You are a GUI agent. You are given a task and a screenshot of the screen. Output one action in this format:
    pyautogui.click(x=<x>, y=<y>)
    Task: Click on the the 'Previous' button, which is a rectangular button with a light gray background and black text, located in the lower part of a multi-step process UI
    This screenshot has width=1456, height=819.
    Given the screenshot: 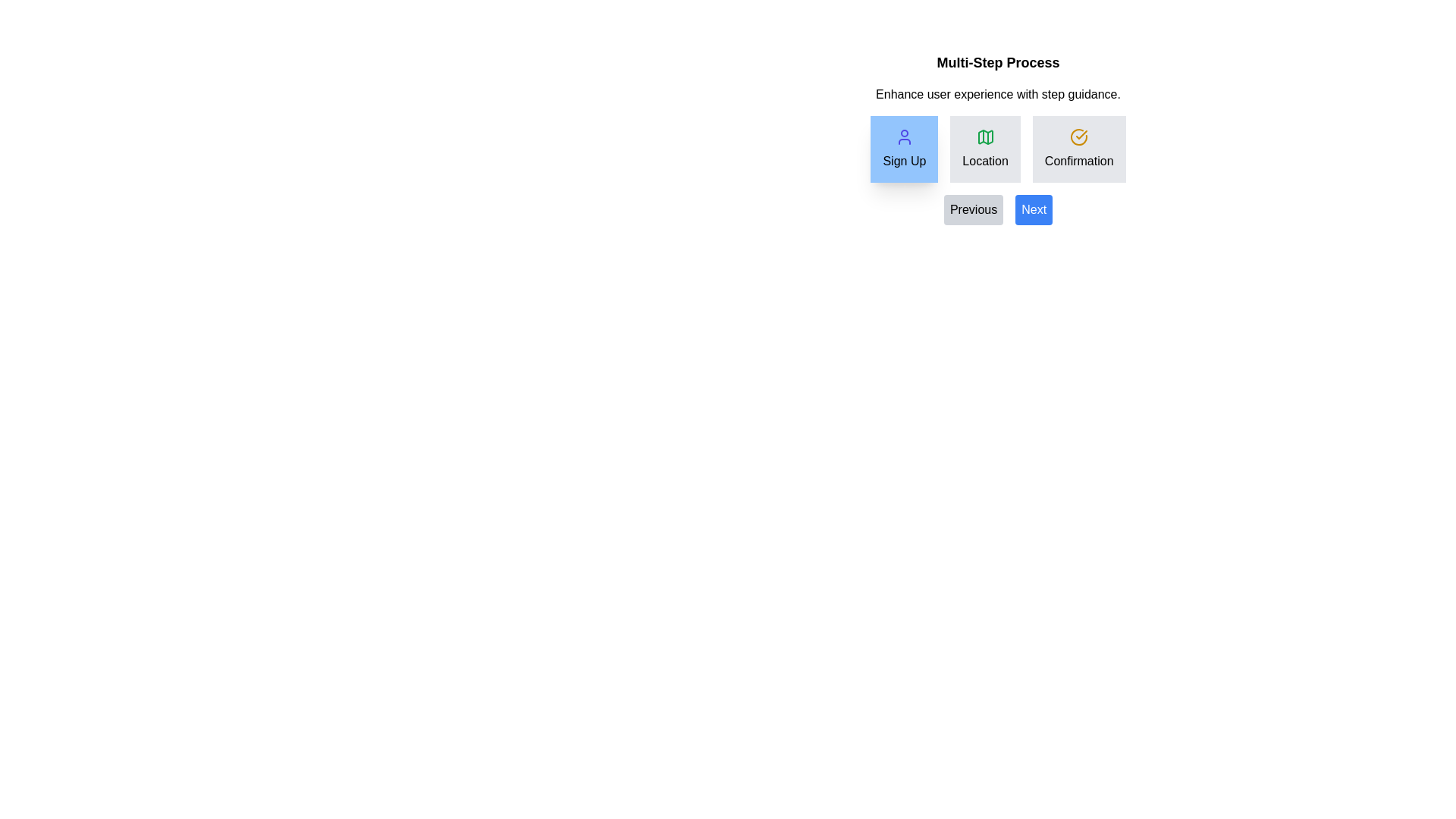 What is the action you would take?
    pyautogui.click(x=998, y=210)
    